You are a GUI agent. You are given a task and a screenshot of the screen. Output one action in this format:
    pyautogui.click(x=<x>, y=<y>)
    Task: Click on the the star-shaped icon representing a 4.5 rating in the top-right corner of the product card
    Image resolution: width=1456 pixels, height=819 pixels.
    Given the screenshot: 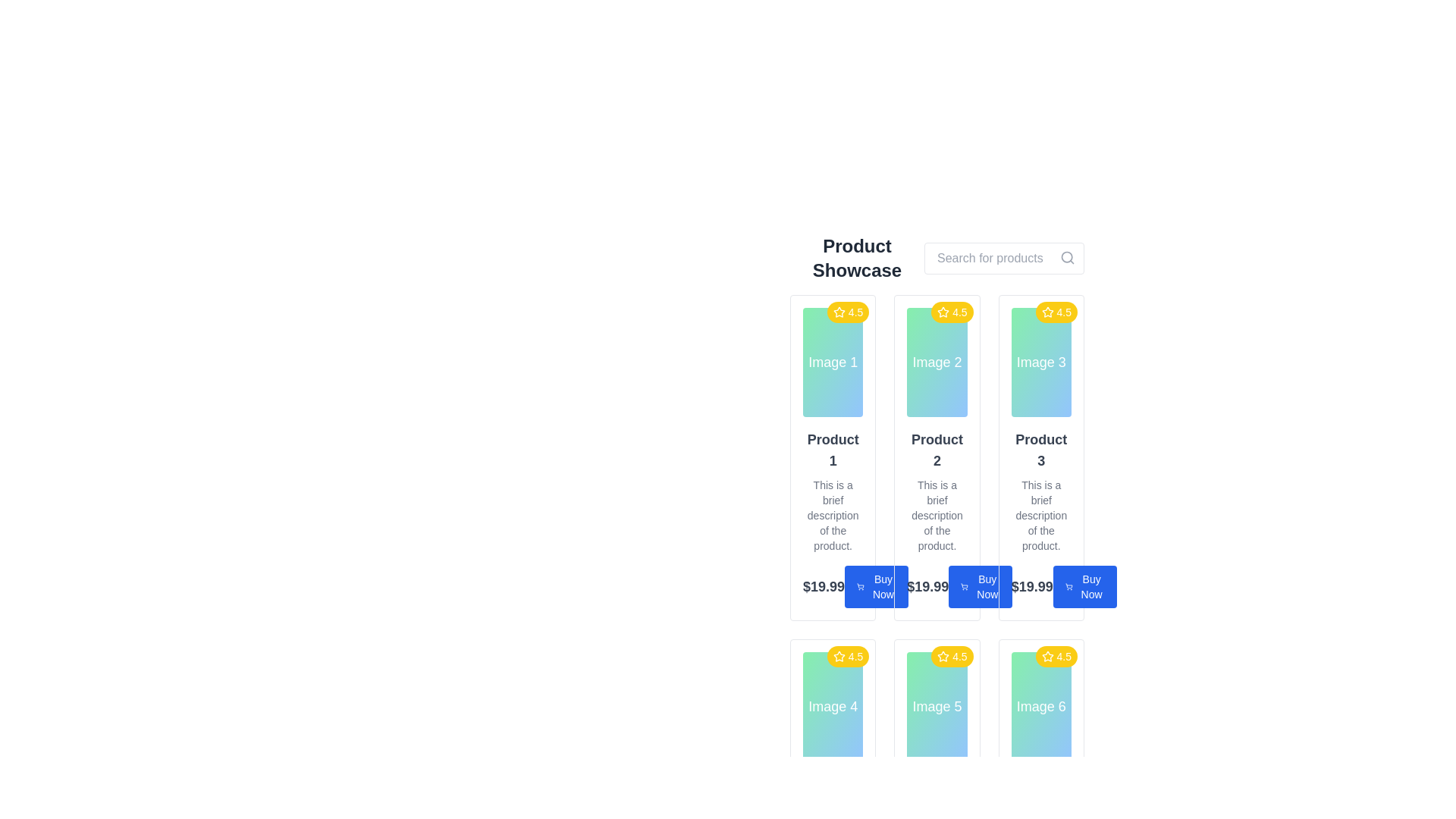 What is the action you would take?
    pyautogui.click(x=1046, y=312)
    